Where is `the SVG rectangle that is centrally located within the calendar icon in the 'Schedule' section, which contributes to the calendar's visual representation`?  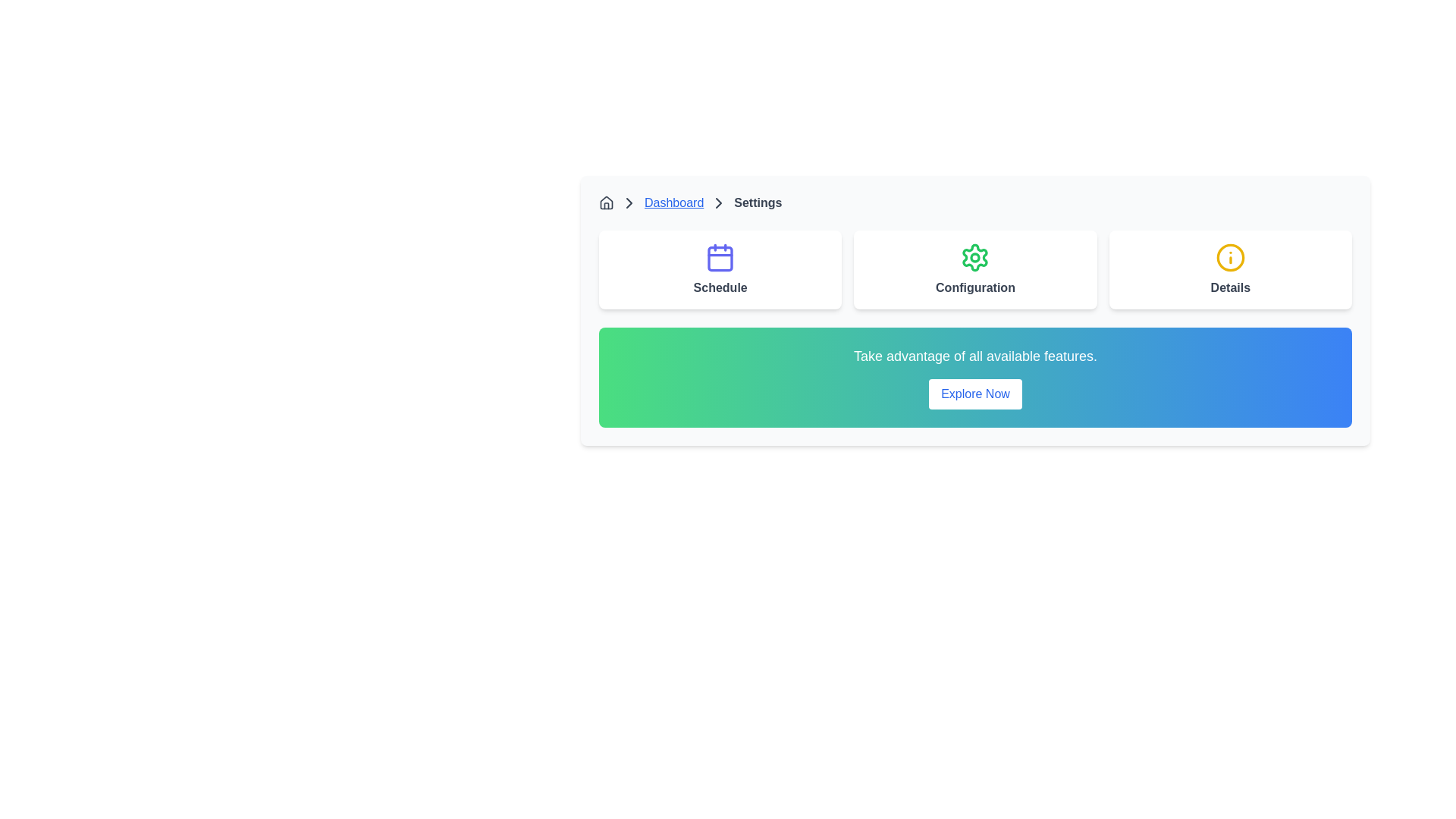 the SVG rectangle that is centrally located within the calendar icon in the 'Schedule' section, which contributes to the calendar's visual representation is located at coordinates (720, 258).